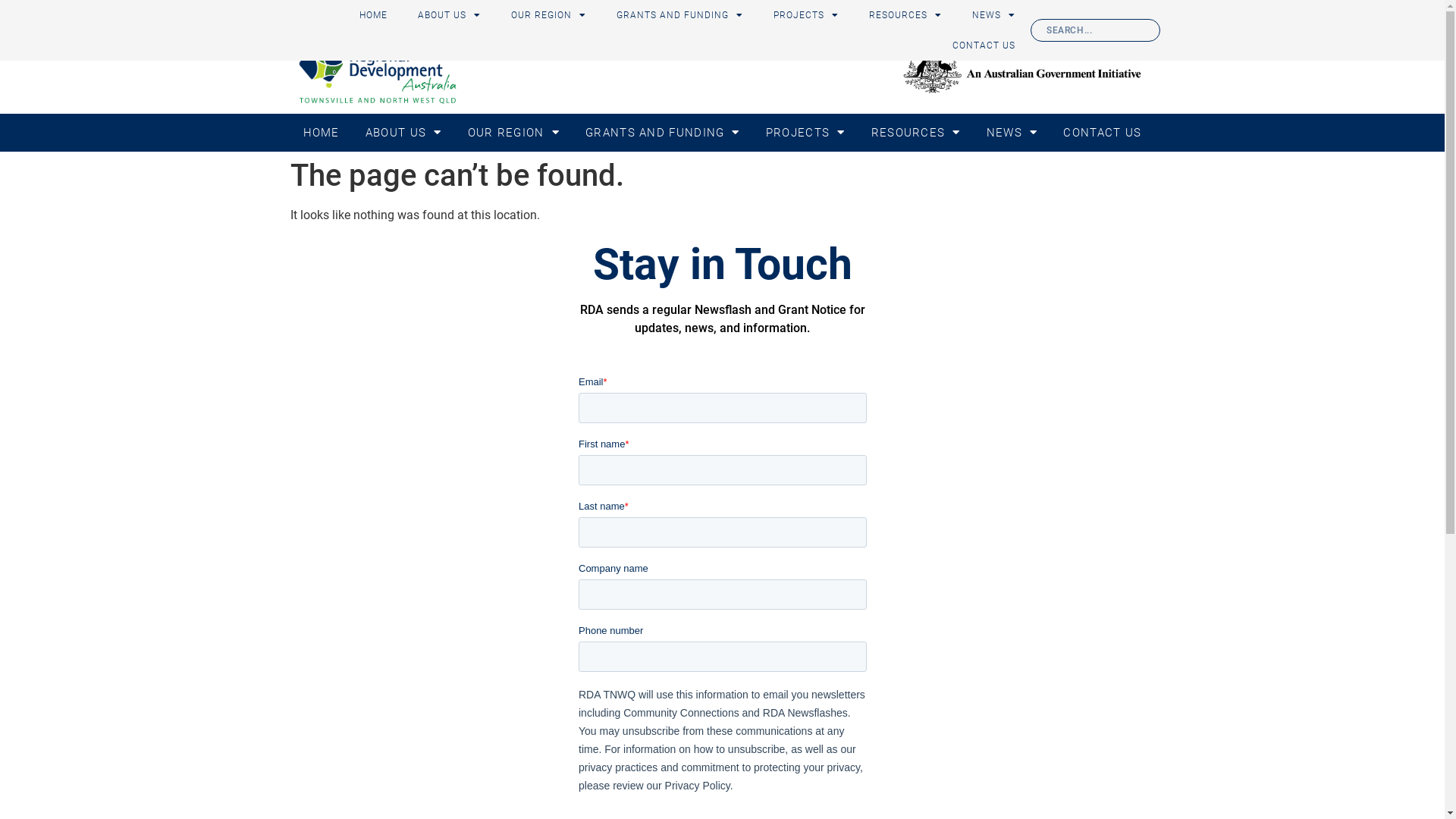 The height and width of the screenshot is (819, 1456). What do you see at coordinates (448, 14) in the screenshot?
I see `'ABOUT US'` at bounding box center [448, 14].